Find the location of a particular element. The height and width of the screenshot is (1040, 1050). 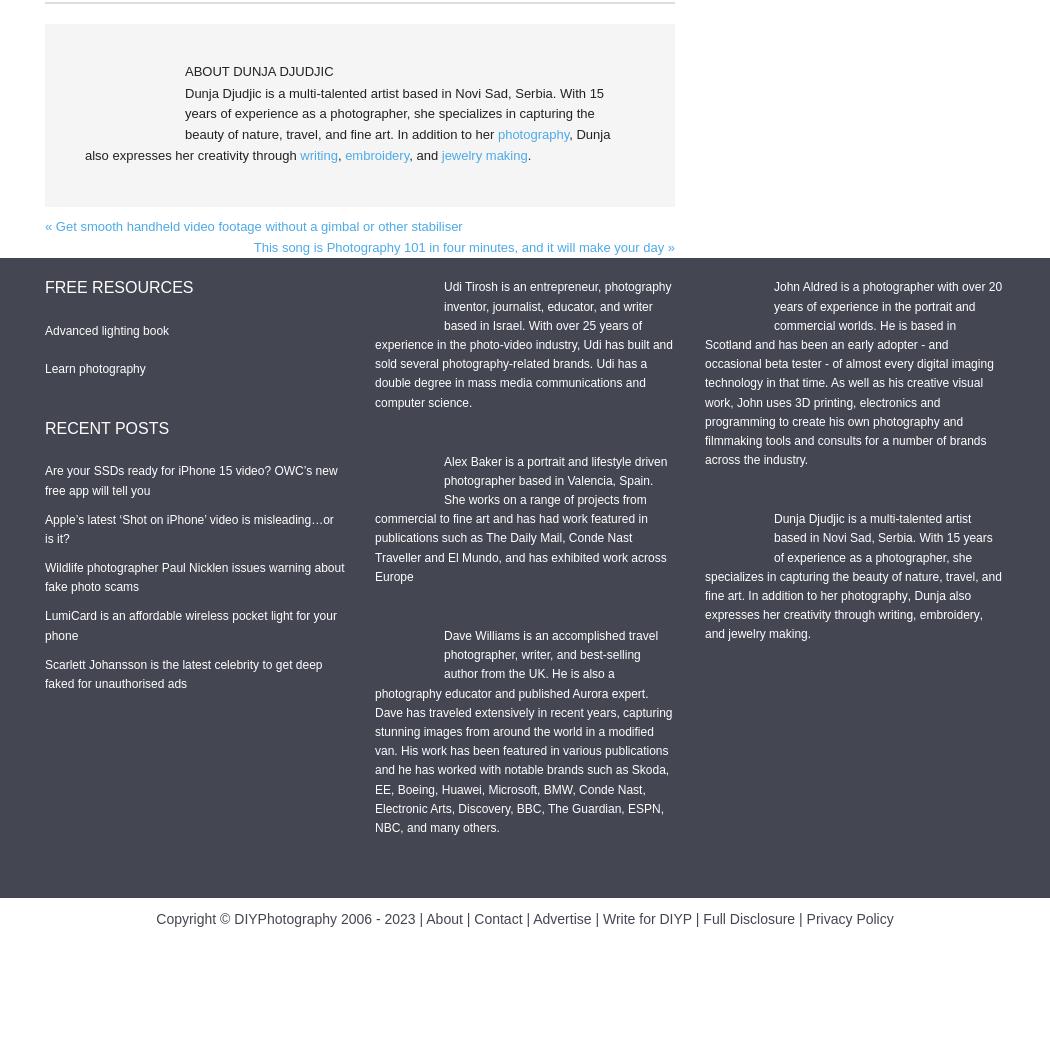

'.' is located at coordinates (808, 632).